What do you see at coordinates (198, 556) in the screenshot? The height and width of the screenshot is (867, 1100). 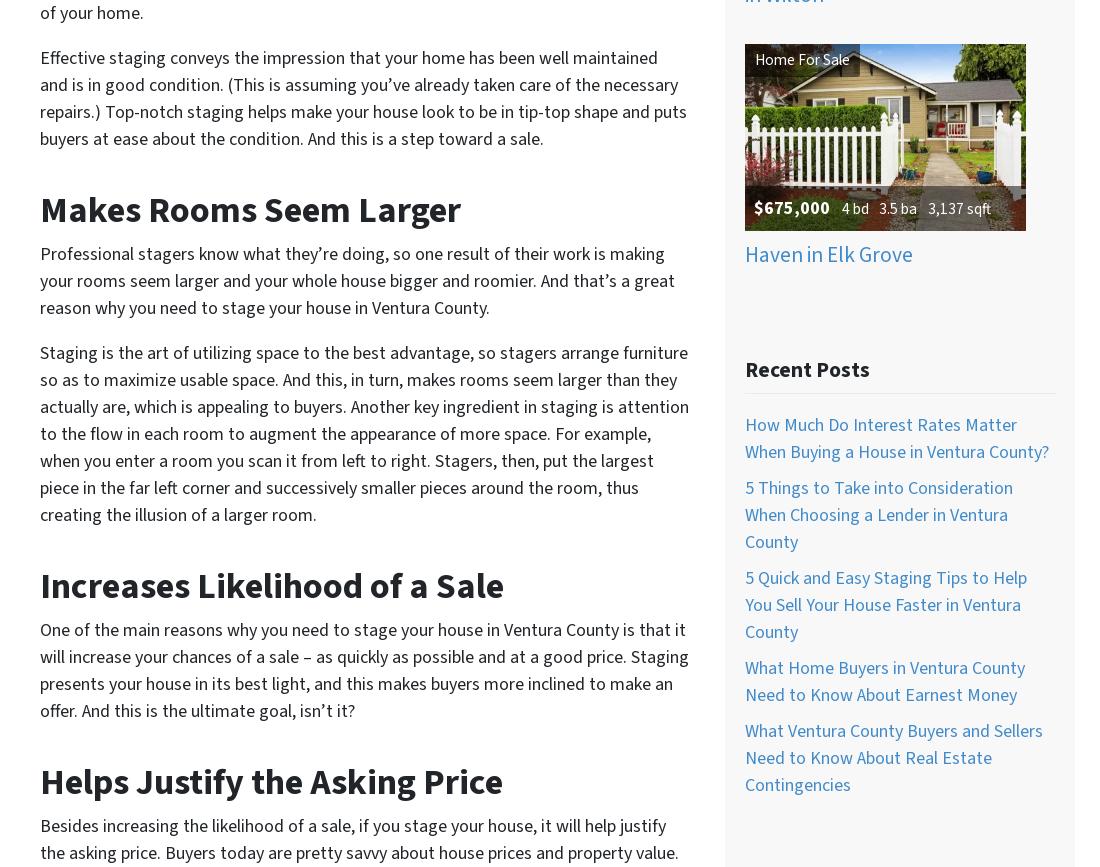 I see `'Real Estate Agents In Santa Barbara, California'` at bounding box center [198, 556].